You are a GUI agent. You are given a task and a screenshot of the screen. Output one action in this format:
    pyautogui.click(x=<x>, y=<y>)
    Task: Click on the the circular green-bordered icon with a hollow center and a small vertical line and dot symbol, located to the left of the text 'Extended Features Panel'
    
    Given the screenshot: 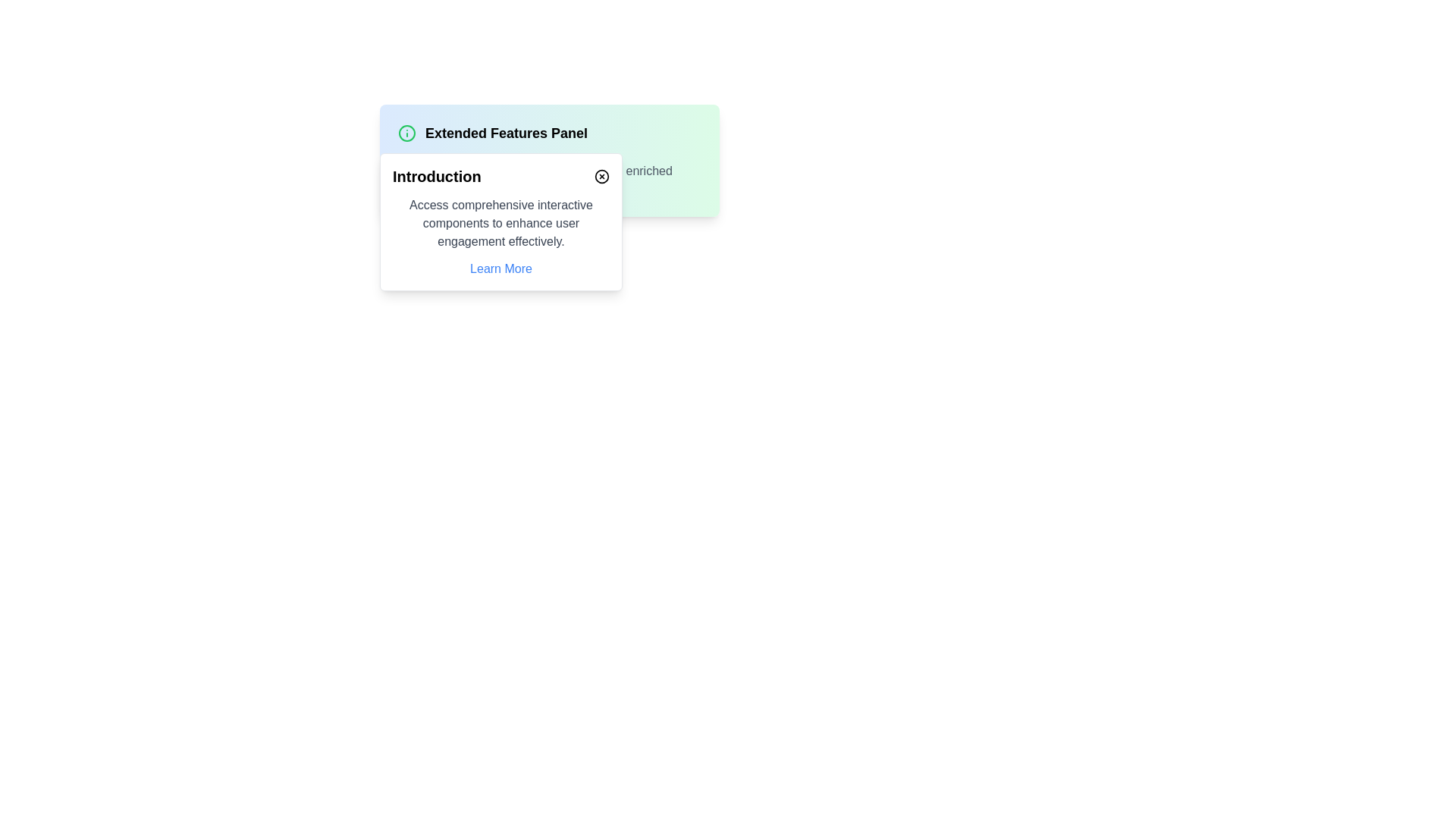 What is the action you would take?
    pyautogui.click(x=407, y=133)
    